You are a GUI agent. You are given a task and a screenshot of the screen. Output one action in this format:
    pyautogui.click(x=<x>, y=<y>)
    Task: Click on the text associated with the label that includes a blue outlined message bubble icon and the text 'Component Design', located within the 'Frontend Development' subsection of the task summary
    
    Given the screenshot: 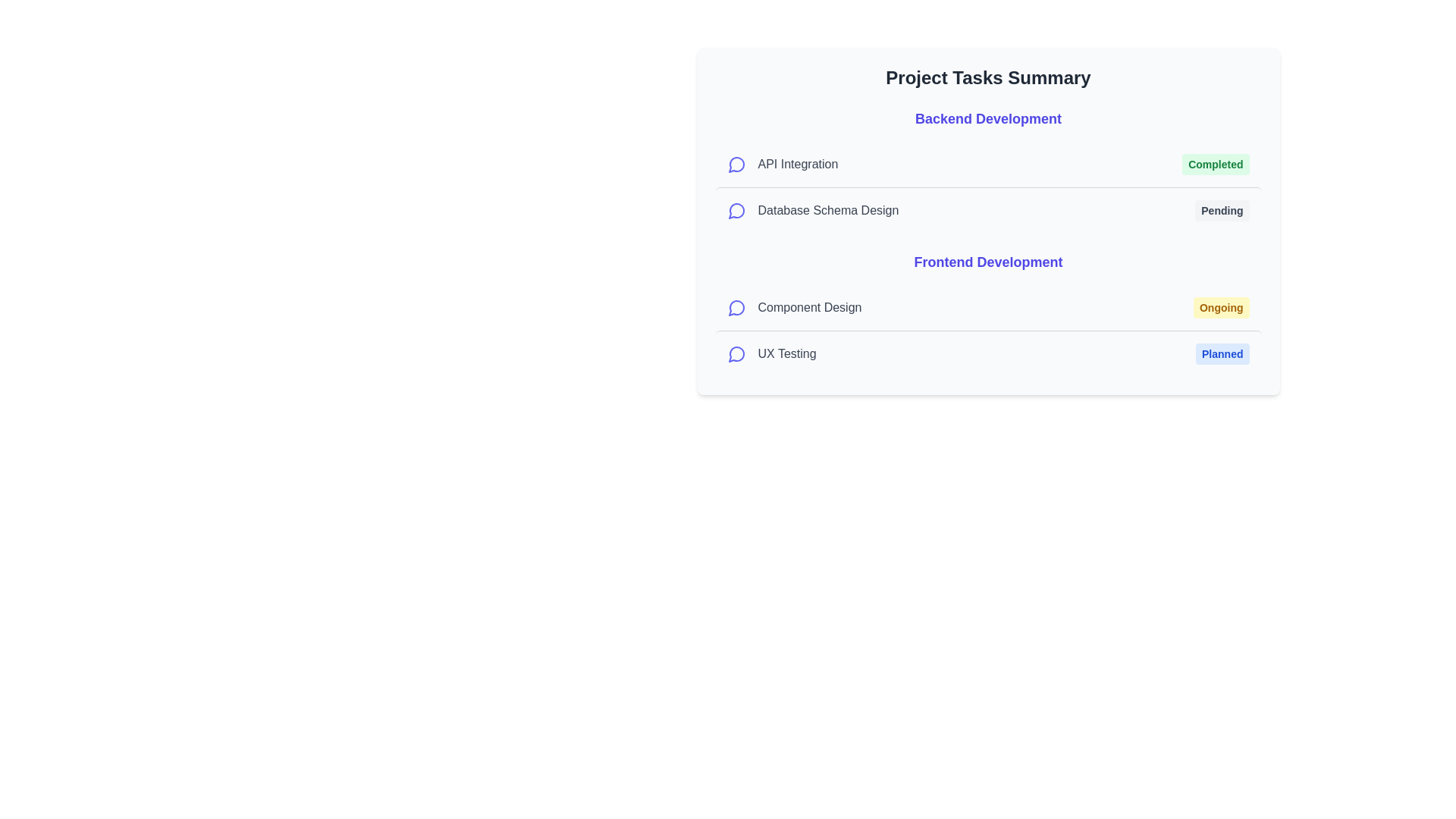 What is the action you would take?
    pyautogui.click(x=793, y=307)
    